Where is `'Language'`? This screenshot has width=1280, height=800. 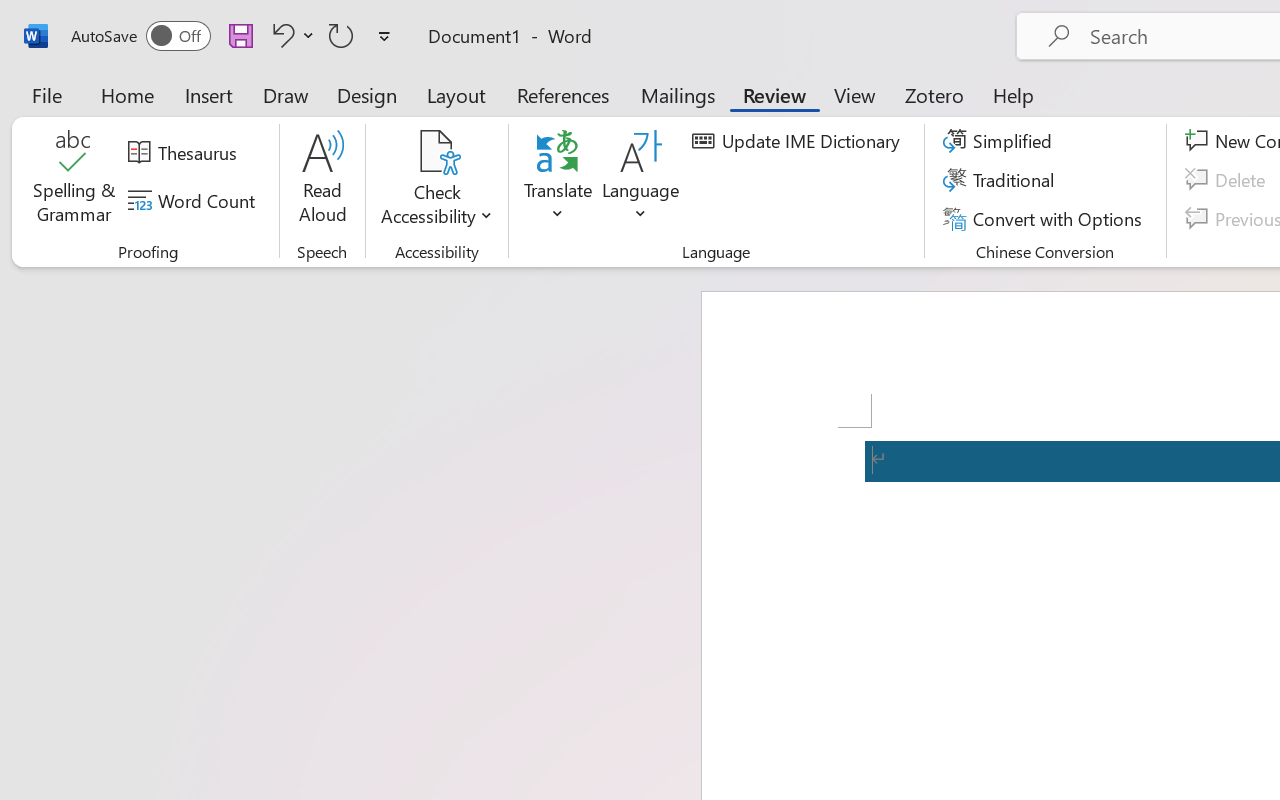
'Language' is located at coordinates (641, 179).